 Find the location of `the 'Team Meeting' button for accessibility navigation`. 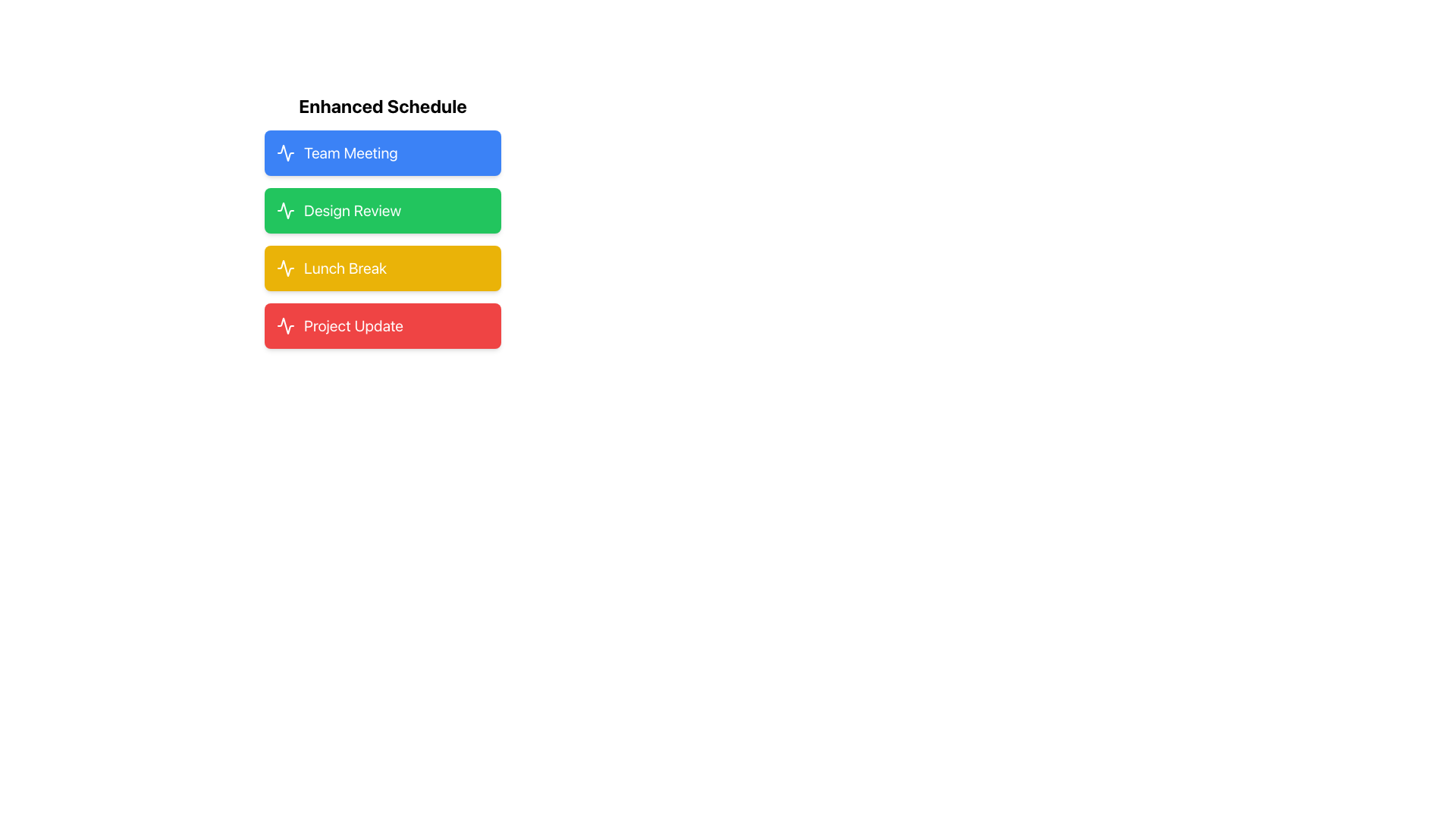

the 'Team Meeting' button for accessibility navigation is located at coordinates (382, 152).